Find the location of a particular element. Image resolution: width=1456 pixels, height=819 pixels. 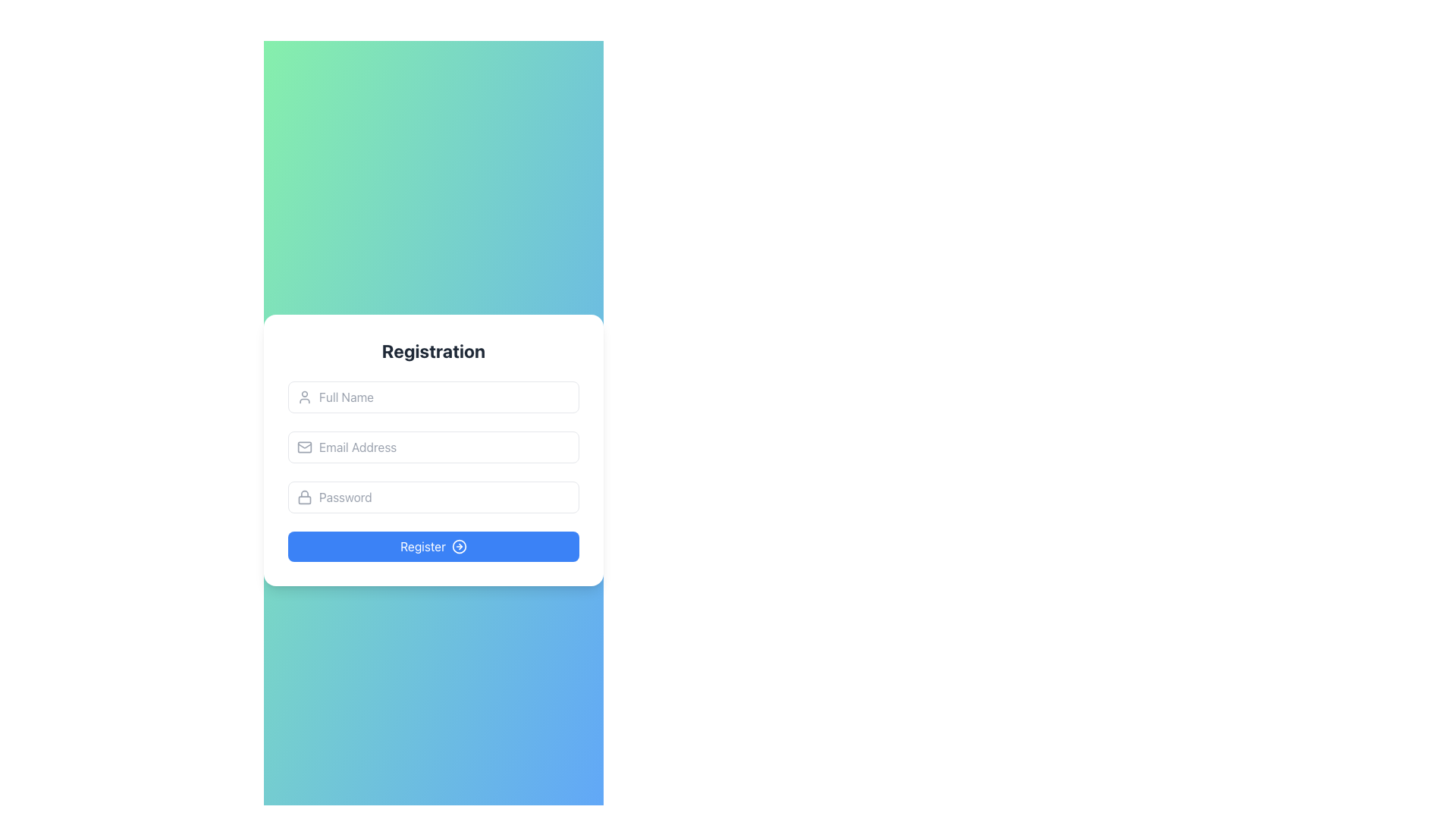

the interactive icon located to the right of the 'Register' text within the blue button is located at coordinates (458, 547).